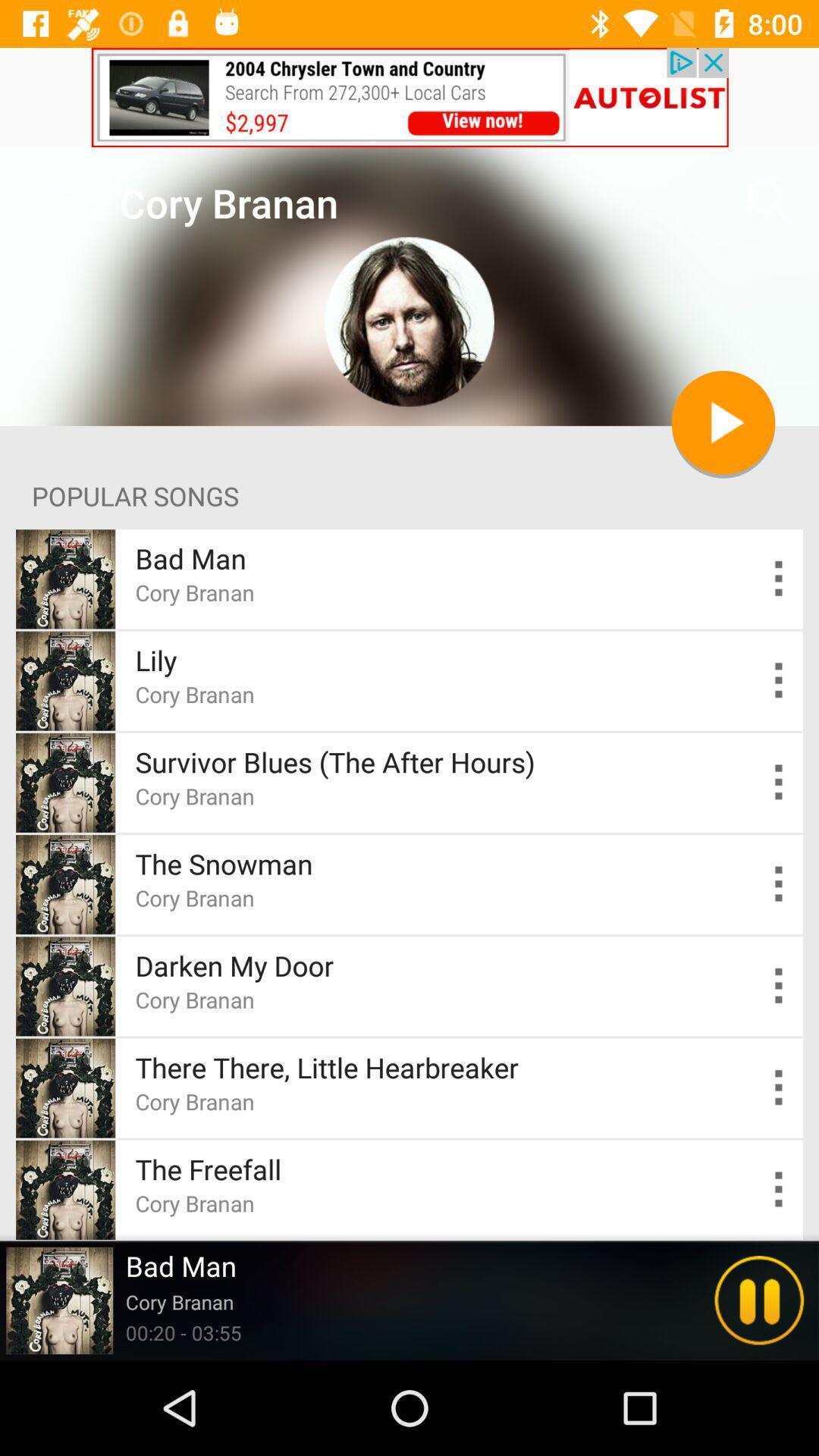 The height and width of the screenshot is (1456, 819). Describe the element at coordinates (779, 679) in the screenshot. I see `the more icon` at that location.